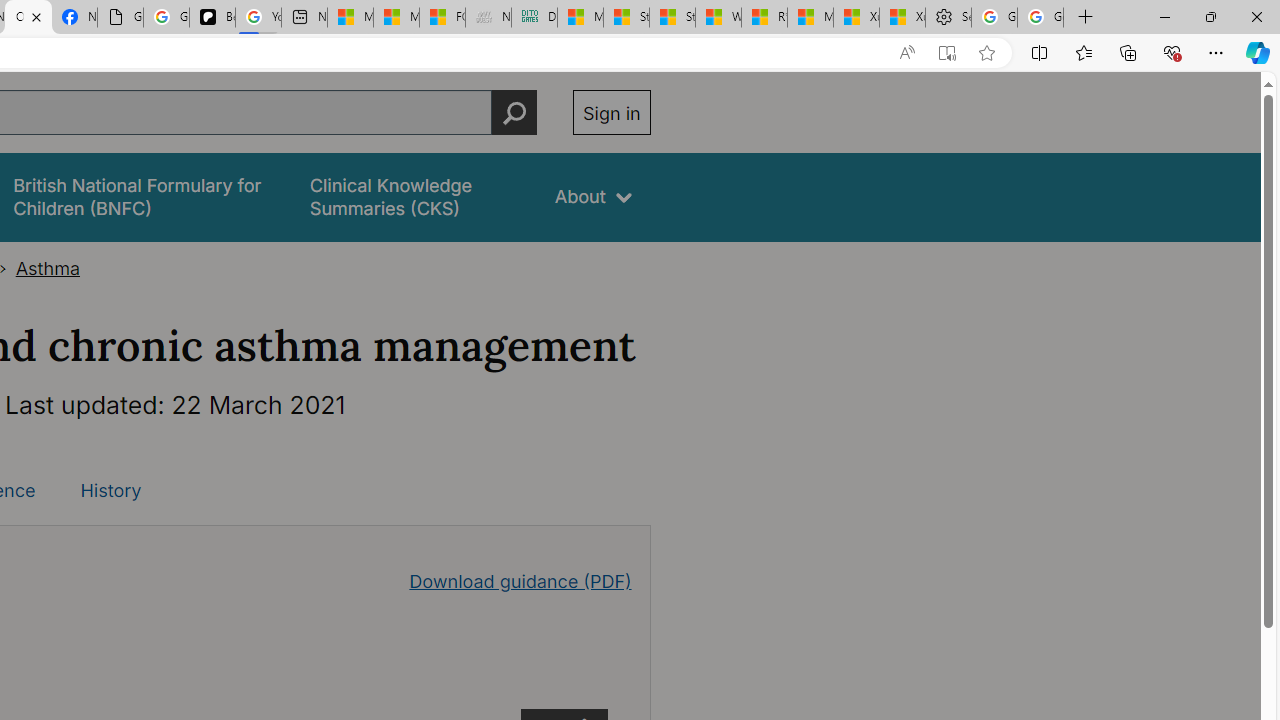 This screenshot has height=720, width=1280. I want to click on 'Perform search', so click(514, 112).